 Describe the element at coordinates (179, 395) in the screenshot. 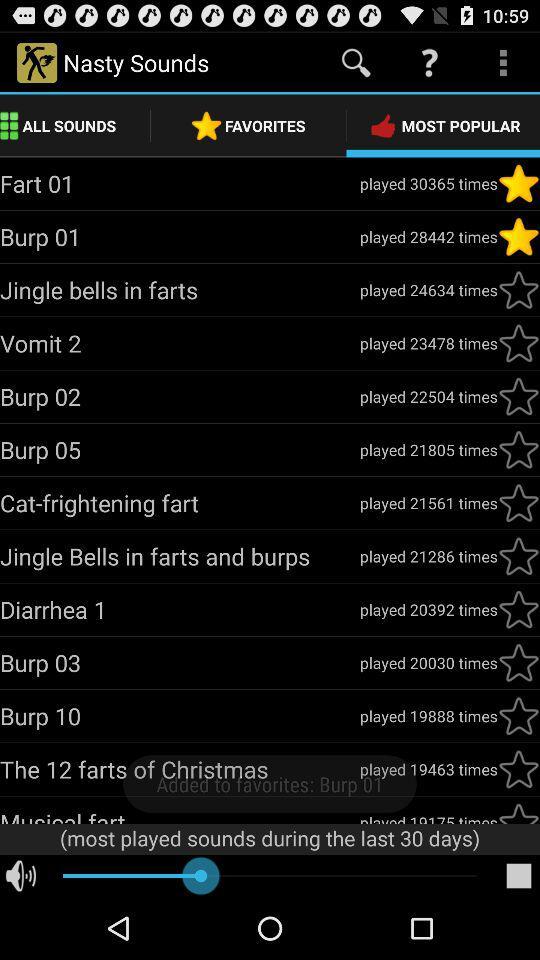

I see `burp 02` at that location.